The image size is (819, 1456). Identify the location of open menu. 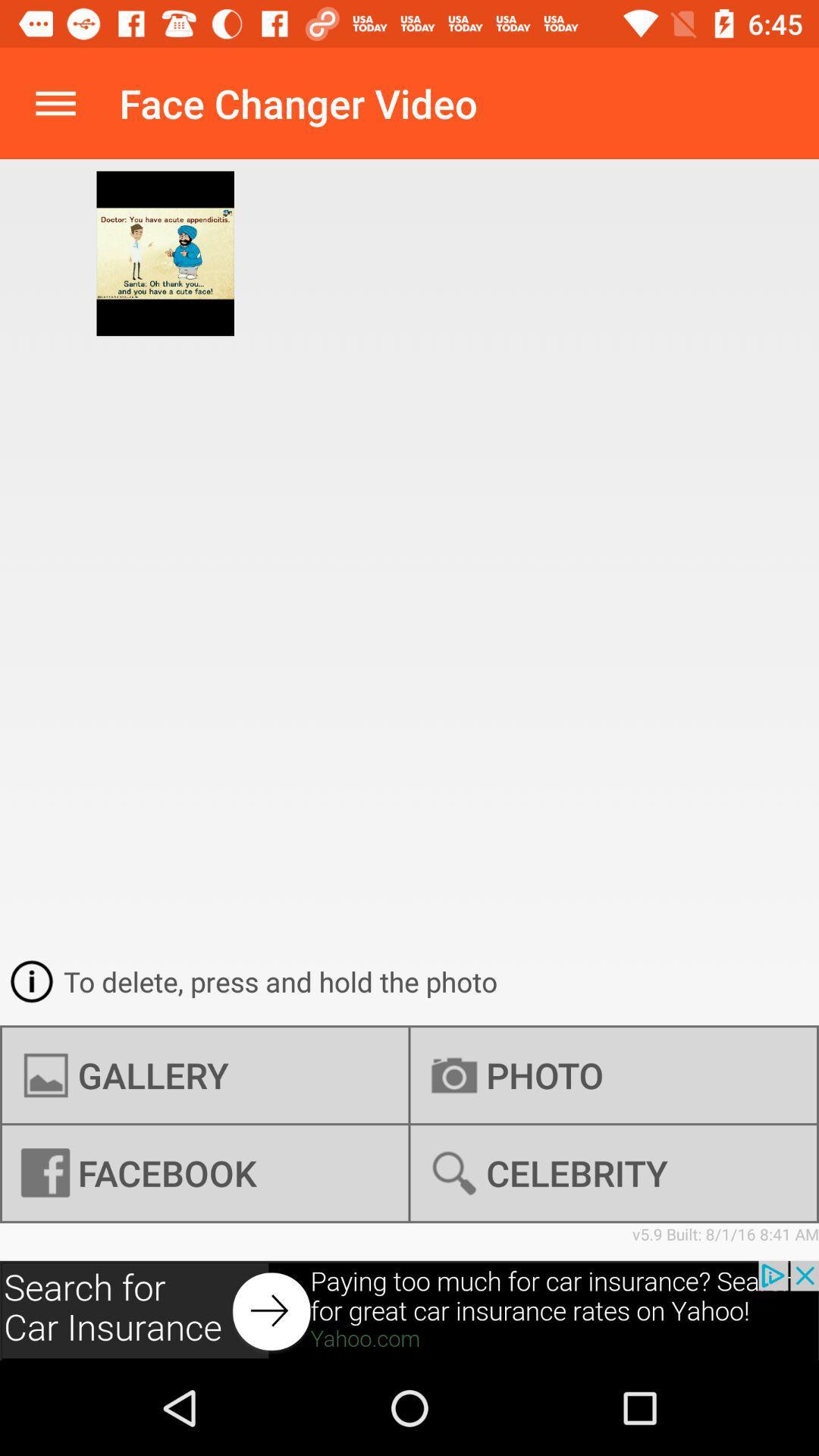
(55, 102).